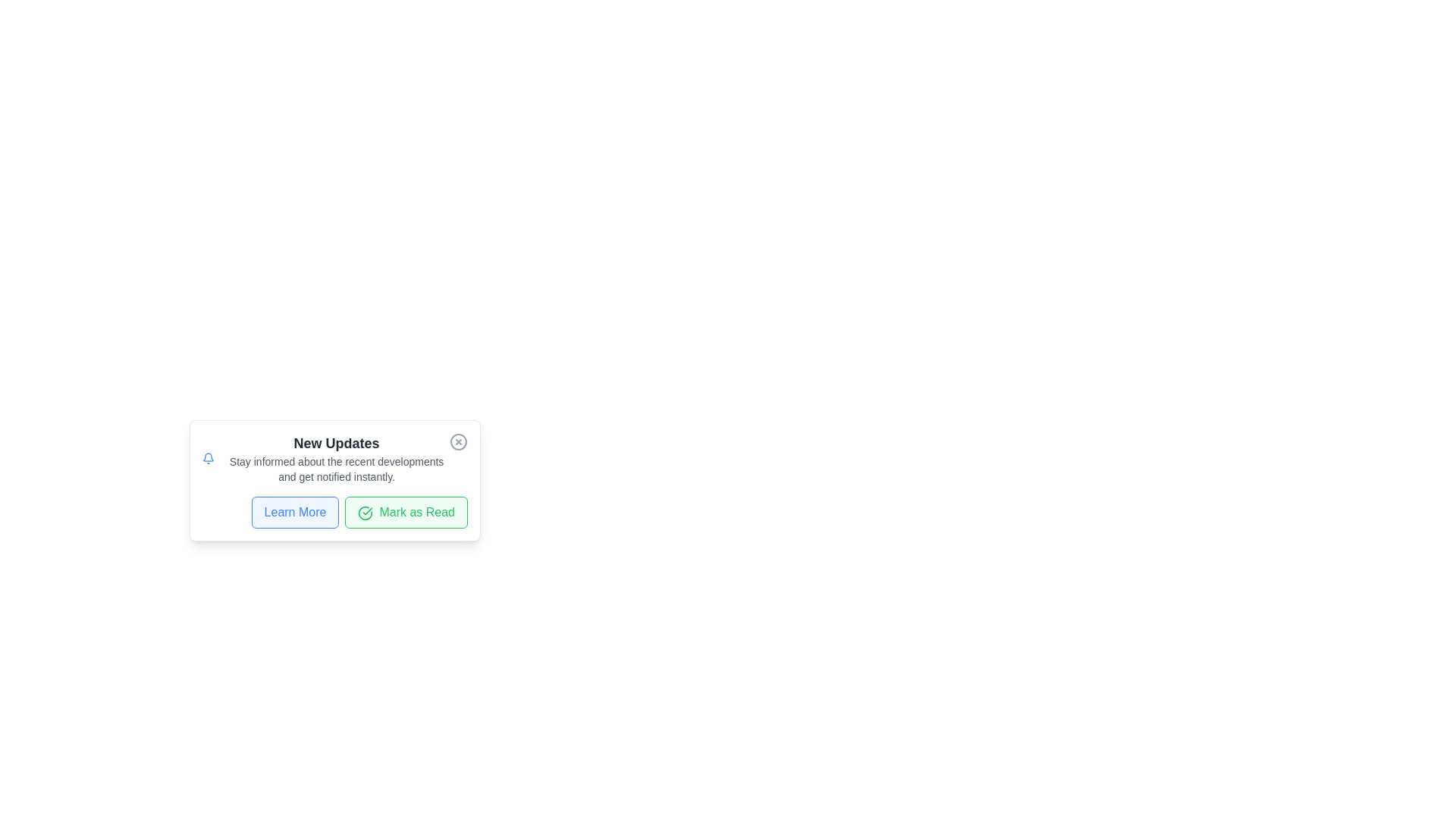  I want to click on the close button located at the top-right corner of the 'New Updates' notification card, so click(457, 441).